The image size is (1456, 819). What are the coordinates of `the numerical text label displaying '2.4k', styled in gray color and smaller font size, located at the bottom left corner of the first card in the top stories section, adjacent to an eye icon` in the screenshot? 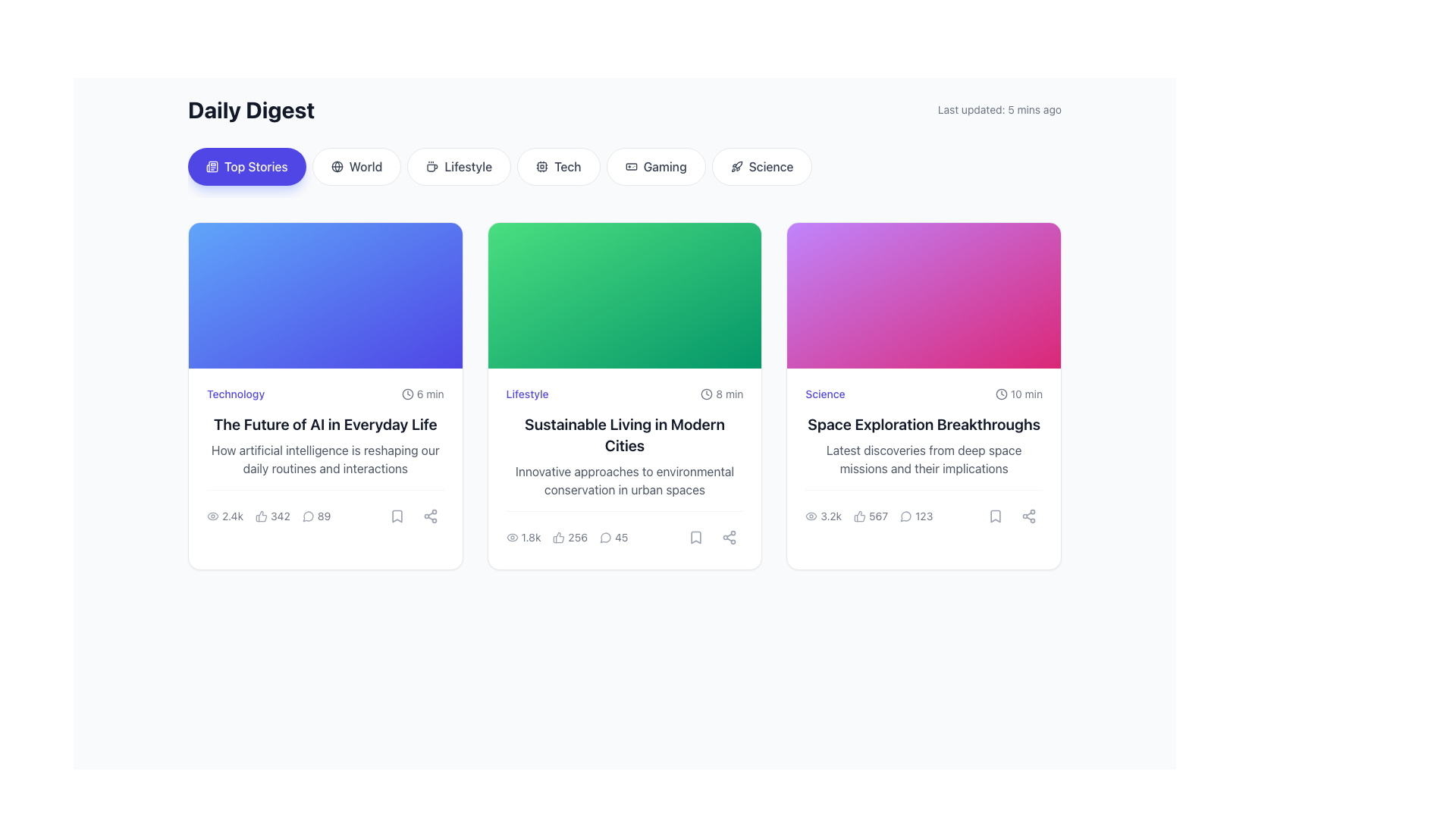 It's located at (232, 516).